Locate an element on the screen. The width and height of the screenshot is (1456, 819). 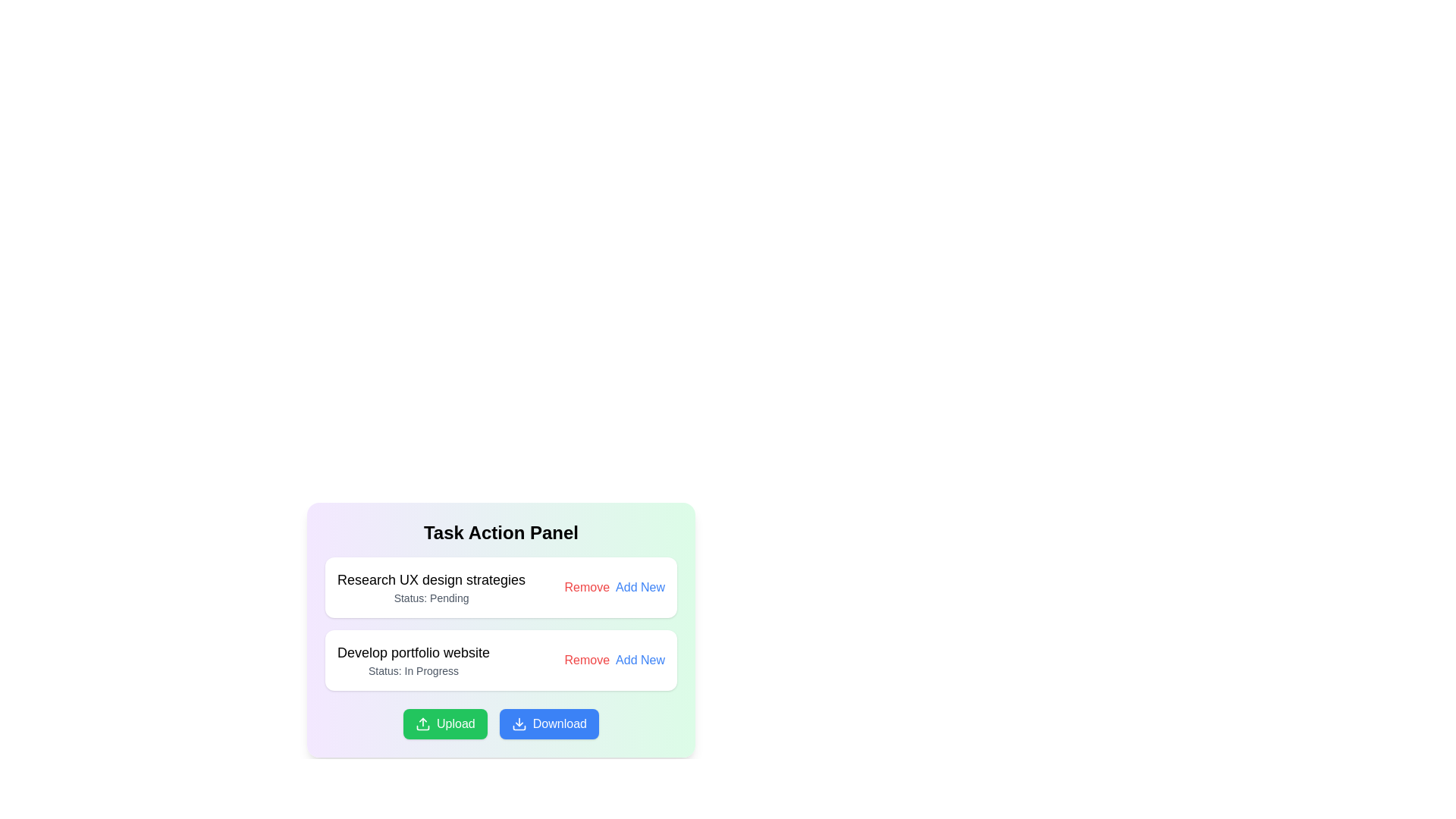
the text label displaying 'Status: Pending', which is located below the header 'Research UX design strategies' in the Task Action Panel is located at coordinates (431, 598).